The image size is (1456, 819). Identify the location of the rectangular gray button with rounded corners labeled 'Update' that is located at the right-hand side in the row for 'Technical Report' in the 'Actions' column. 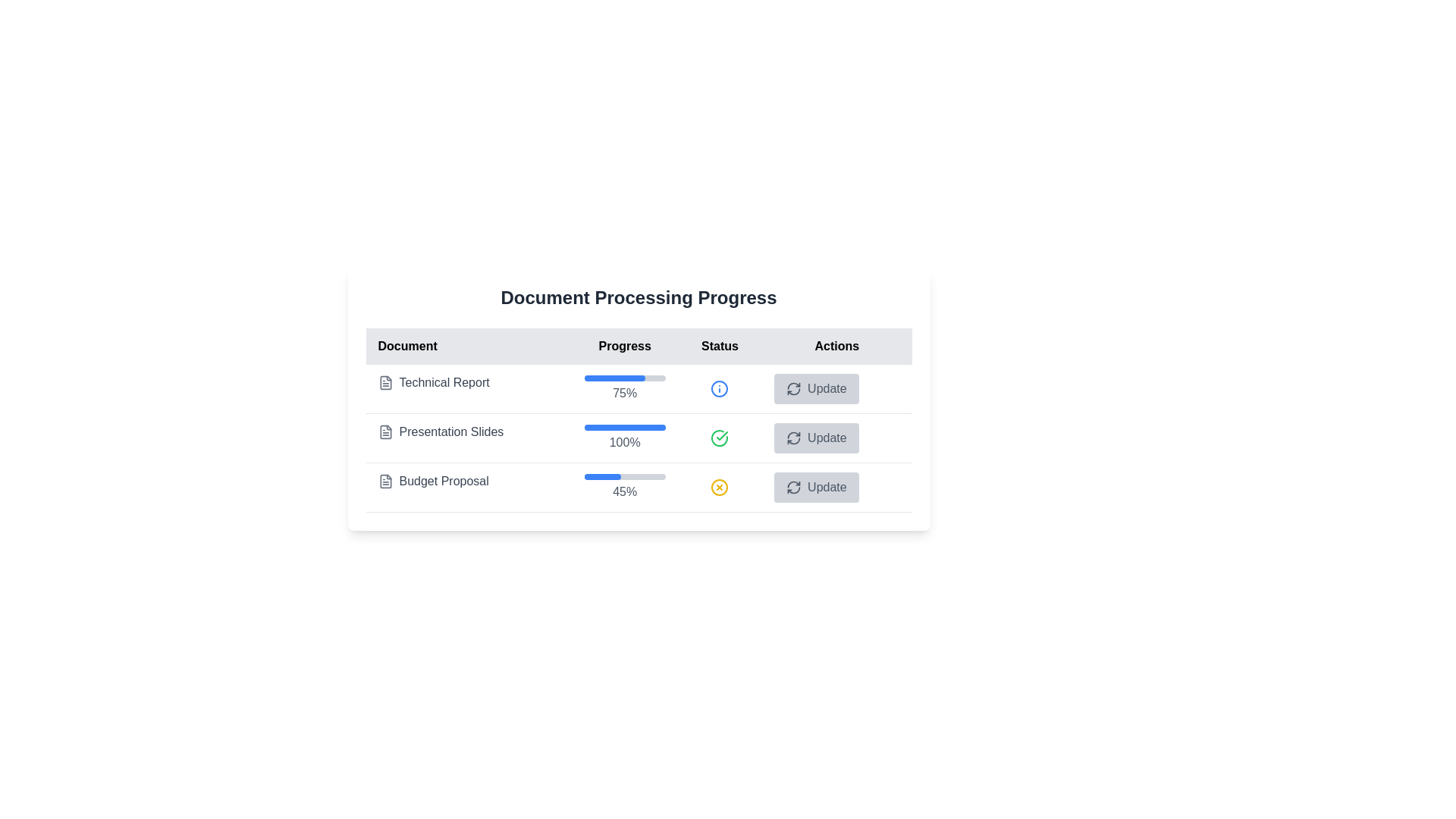
(836, 388).